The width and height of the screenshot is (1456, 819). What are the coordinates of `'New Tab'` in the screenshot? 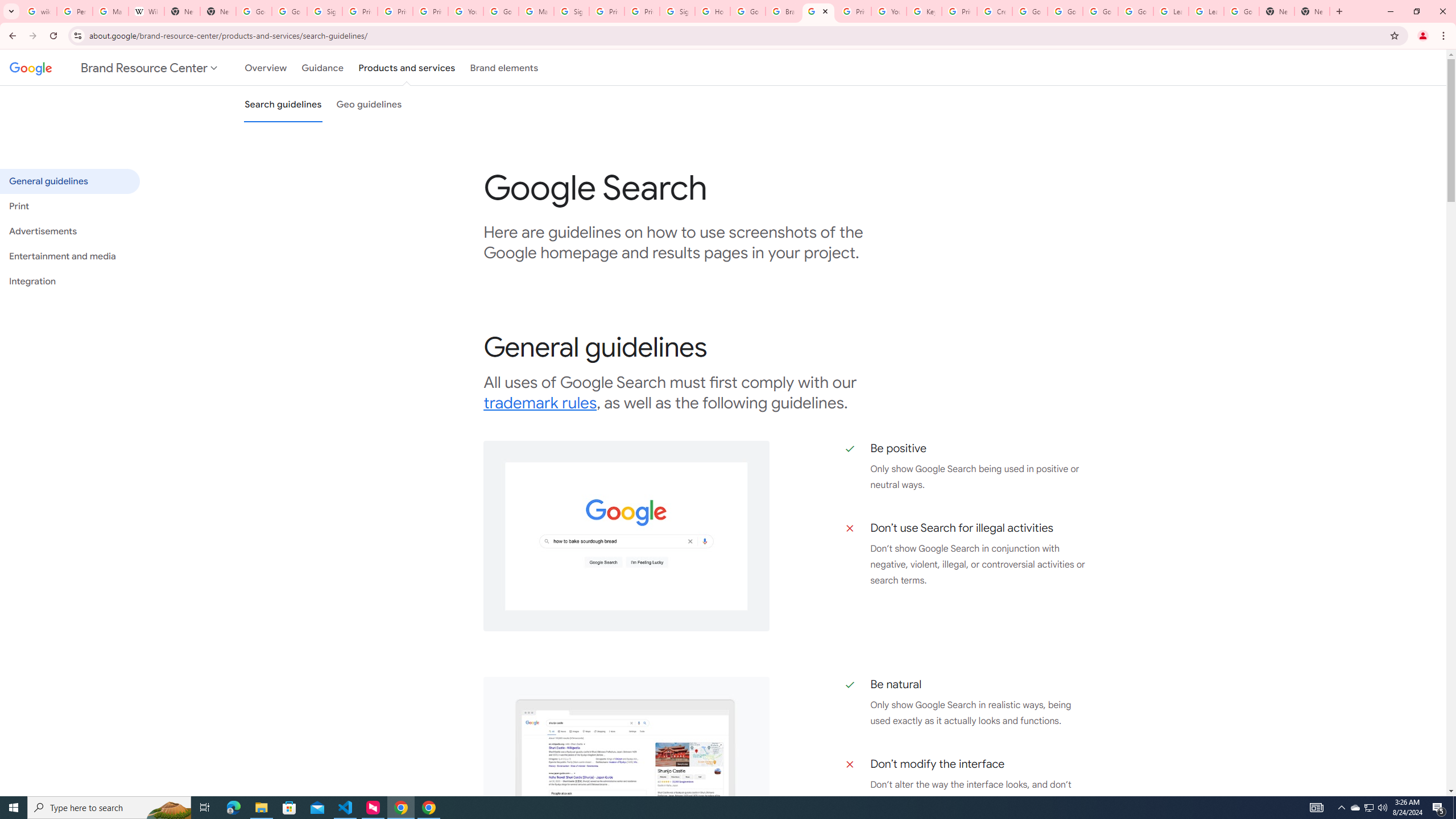 It's located at (1312, 11).